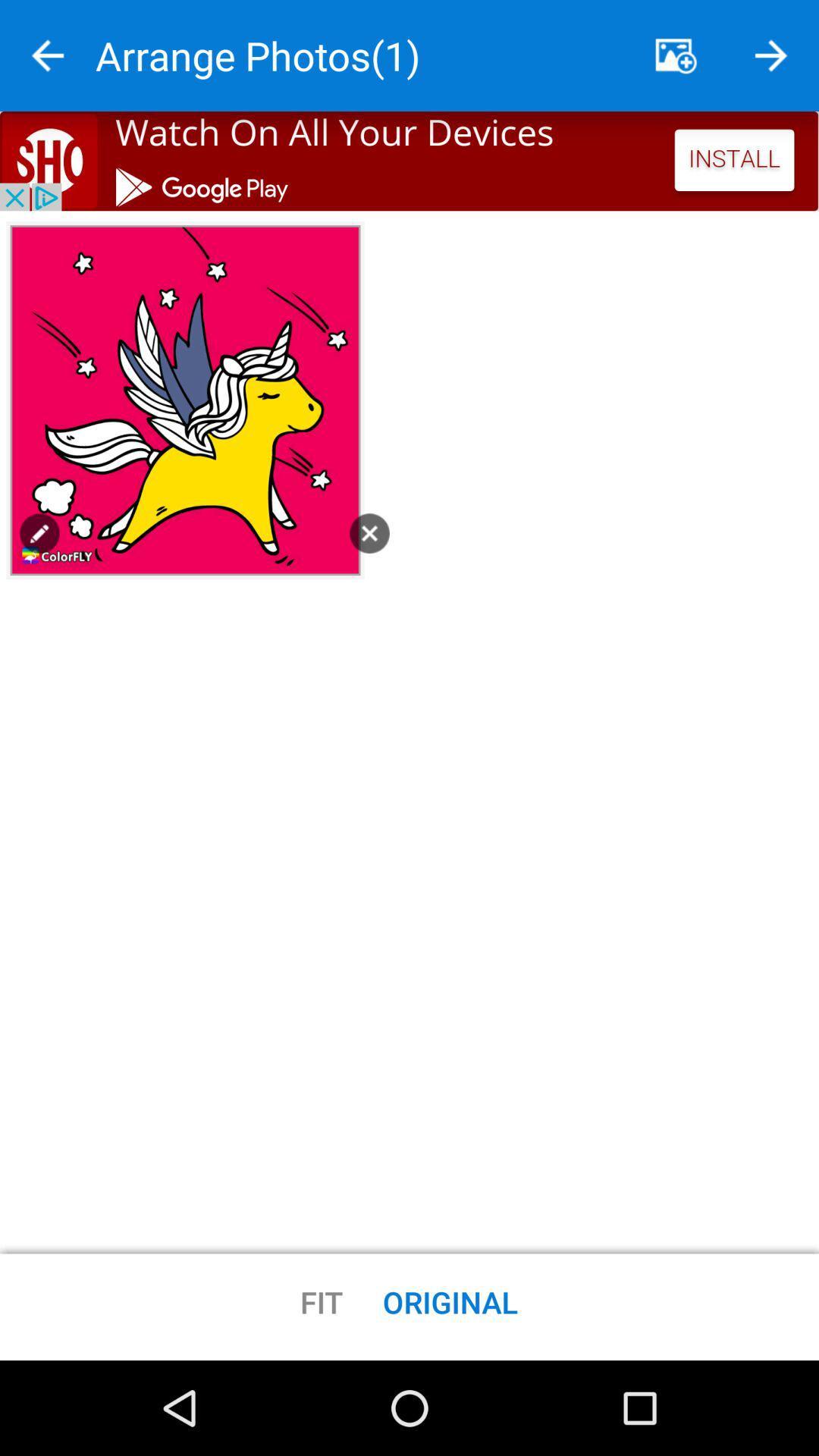 The height and width of the screenshot is (1456, 819). Describe the element at coordinates (46, 55) in the screenshot. I see `back` at that location.